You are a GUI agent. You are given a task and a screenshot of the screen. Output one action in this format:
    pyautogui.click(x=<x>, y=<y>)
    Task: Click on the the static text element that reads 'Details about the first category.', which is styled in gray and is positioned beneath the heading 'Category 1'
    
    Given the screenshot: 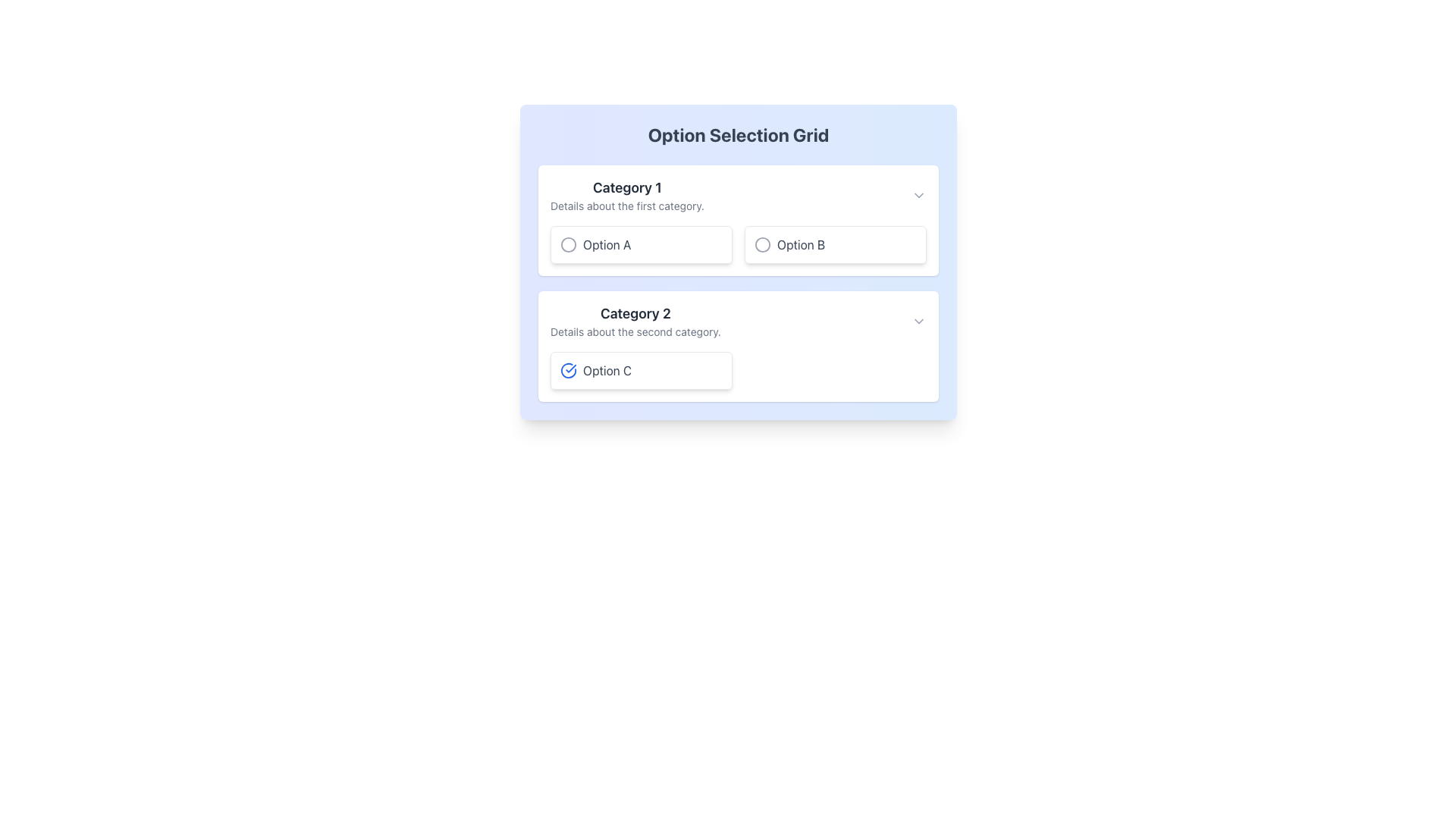 What is the action you would take?
    pyautogui.click(x=627, y=206)
    